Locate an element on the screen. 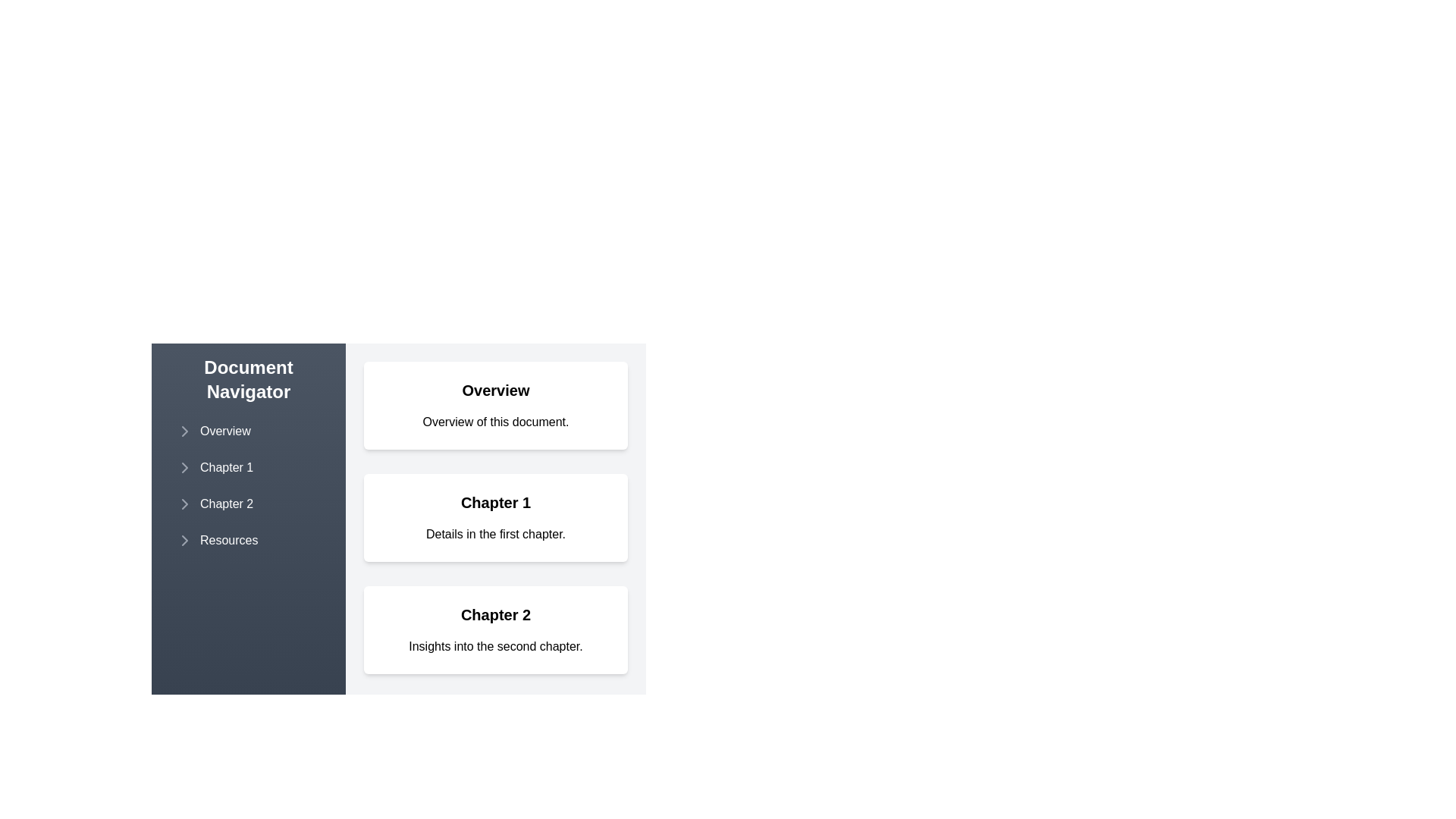 This screenshot has height=819, width=1456. an item in the 'Document Navigator' sidebar, which contains navigation links labeled 'Overview', 'Chapter 1', 'Chapter 2', and 'Resources' is located at coordinates (248, 485).